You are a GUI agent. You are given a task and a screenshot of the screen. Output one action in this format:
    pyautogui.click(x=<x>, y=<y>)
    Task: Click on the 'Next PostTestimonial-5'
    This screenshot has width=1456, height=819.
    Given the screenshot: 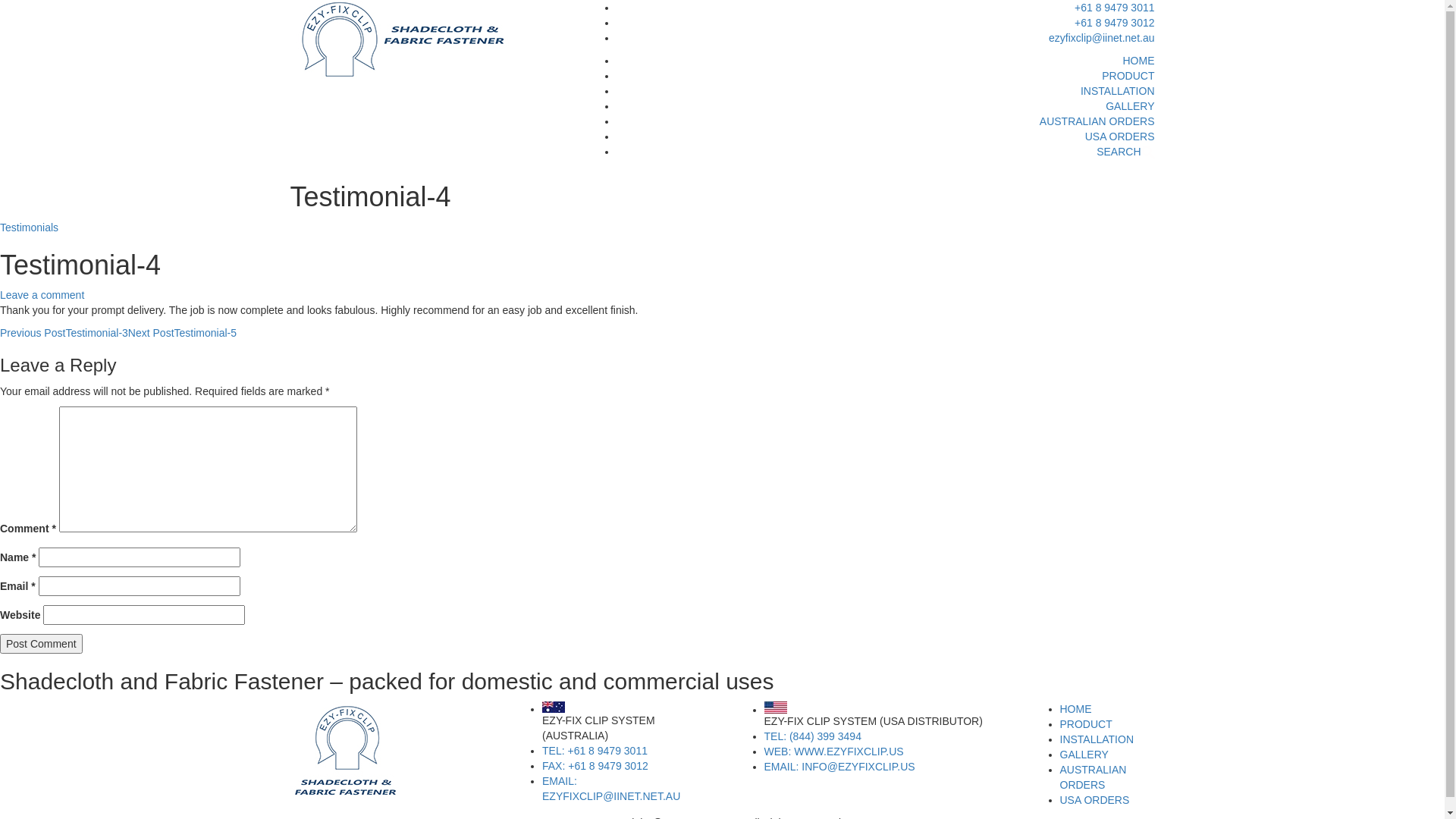 What is the action you would take?
    pyautogui.click(x=182, y=332)
    